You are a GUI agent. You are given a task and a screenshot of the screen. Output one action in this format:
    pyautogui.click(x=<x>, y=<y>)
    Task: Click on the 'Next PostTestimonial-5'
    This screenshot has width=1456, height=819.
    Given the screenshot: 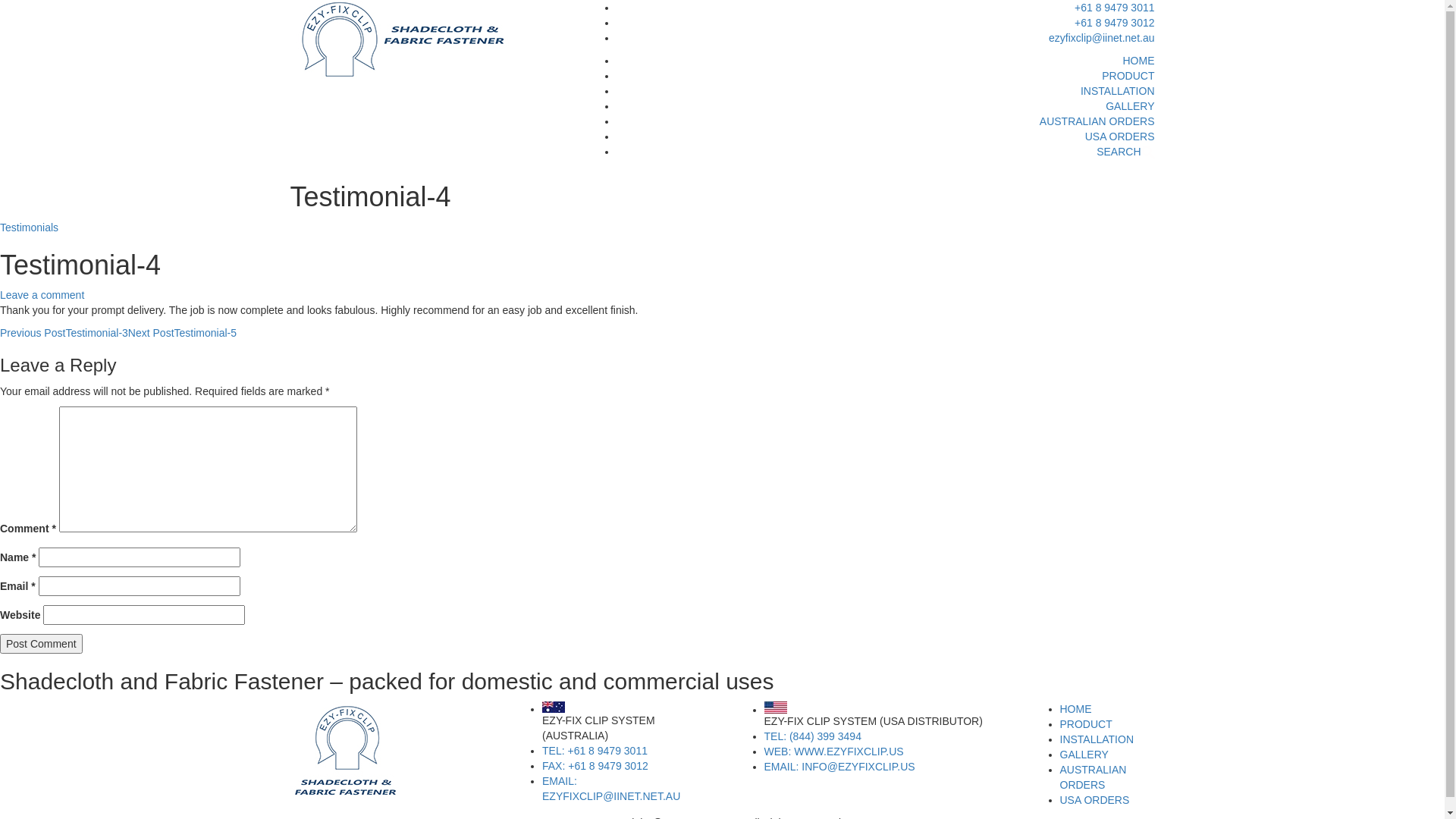 What is the action you would take?
    pyautogui.click(x=182, y=332)
    